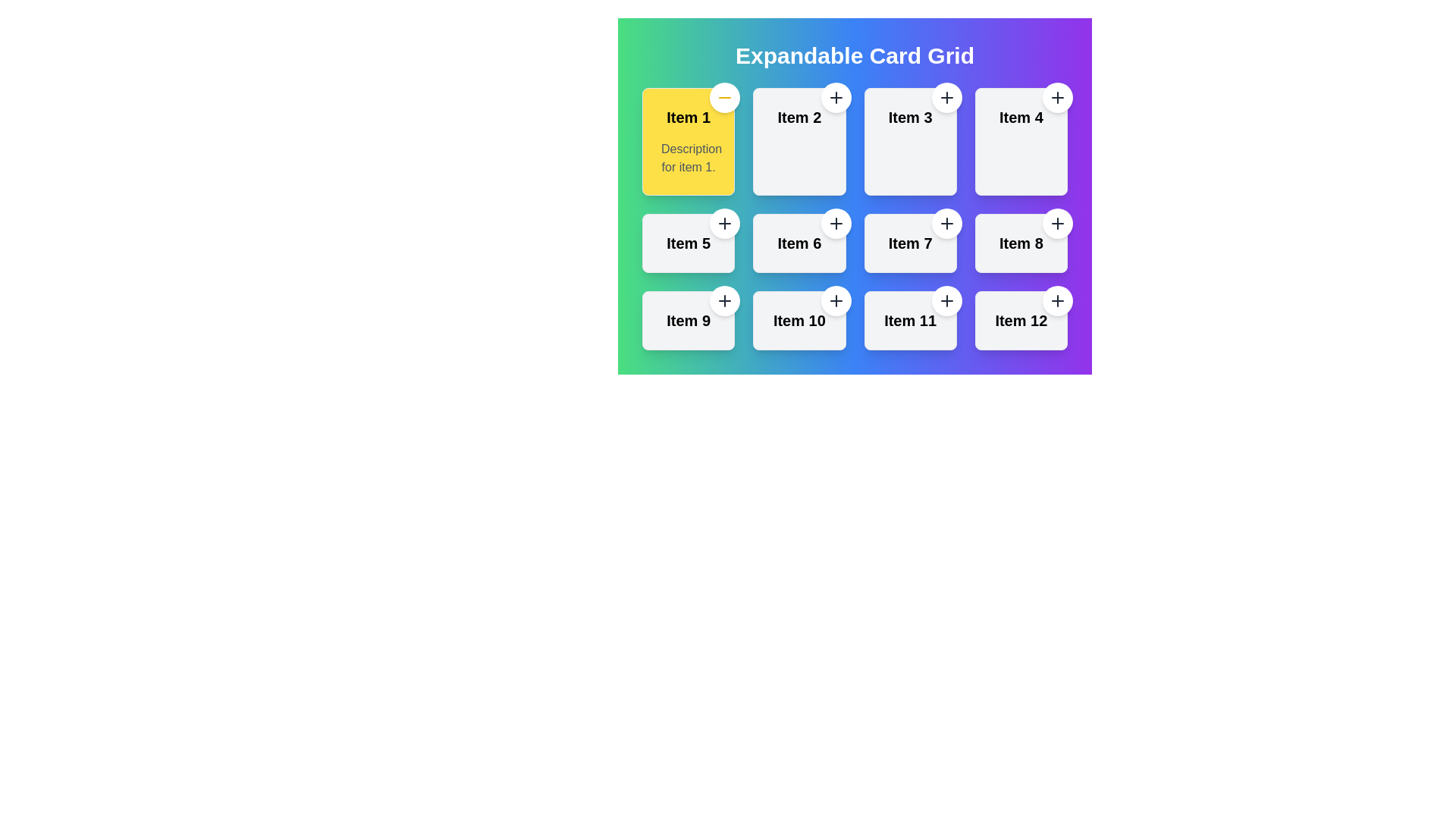 Image resolution: width=1456 pixels, height=819 pixels. Describe the element at coordinates (1057, 97) in the screenshot. I see `the add button located in the top-right corner of the 'Item 4' card` at that location.